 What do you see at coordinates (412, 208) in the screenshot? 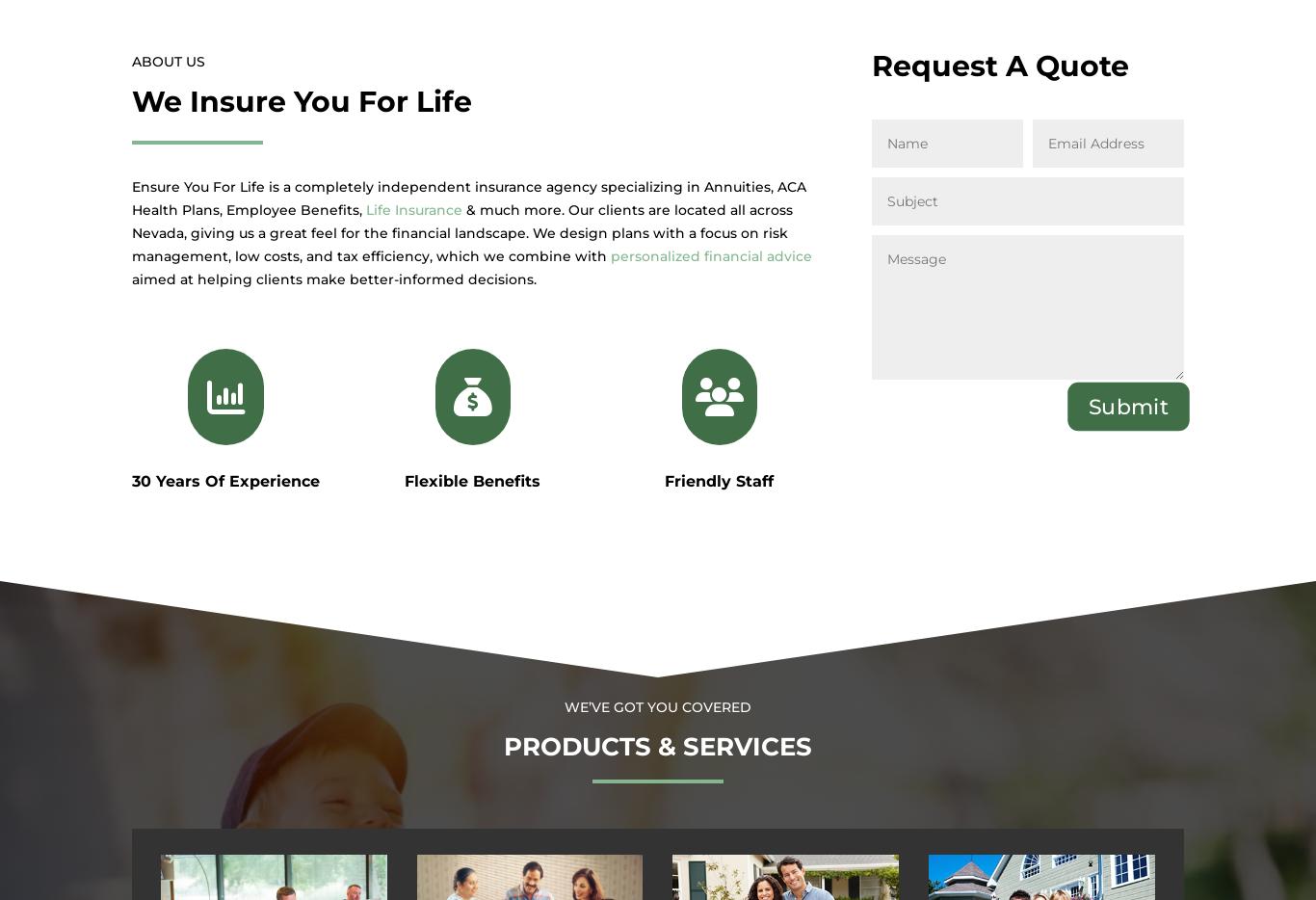
I see `'Life Insurance'` at bounding box center [412, 208].